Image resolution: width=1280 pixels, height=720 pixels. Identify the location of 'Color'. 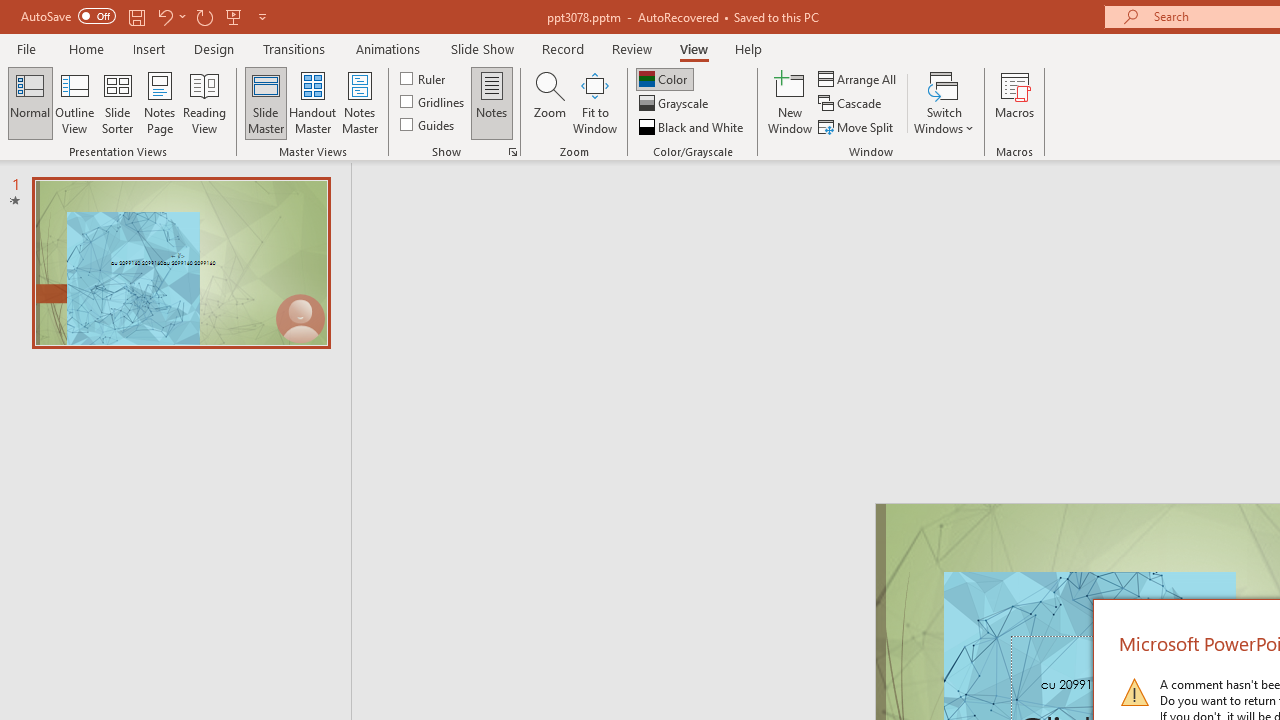
(664, 78).